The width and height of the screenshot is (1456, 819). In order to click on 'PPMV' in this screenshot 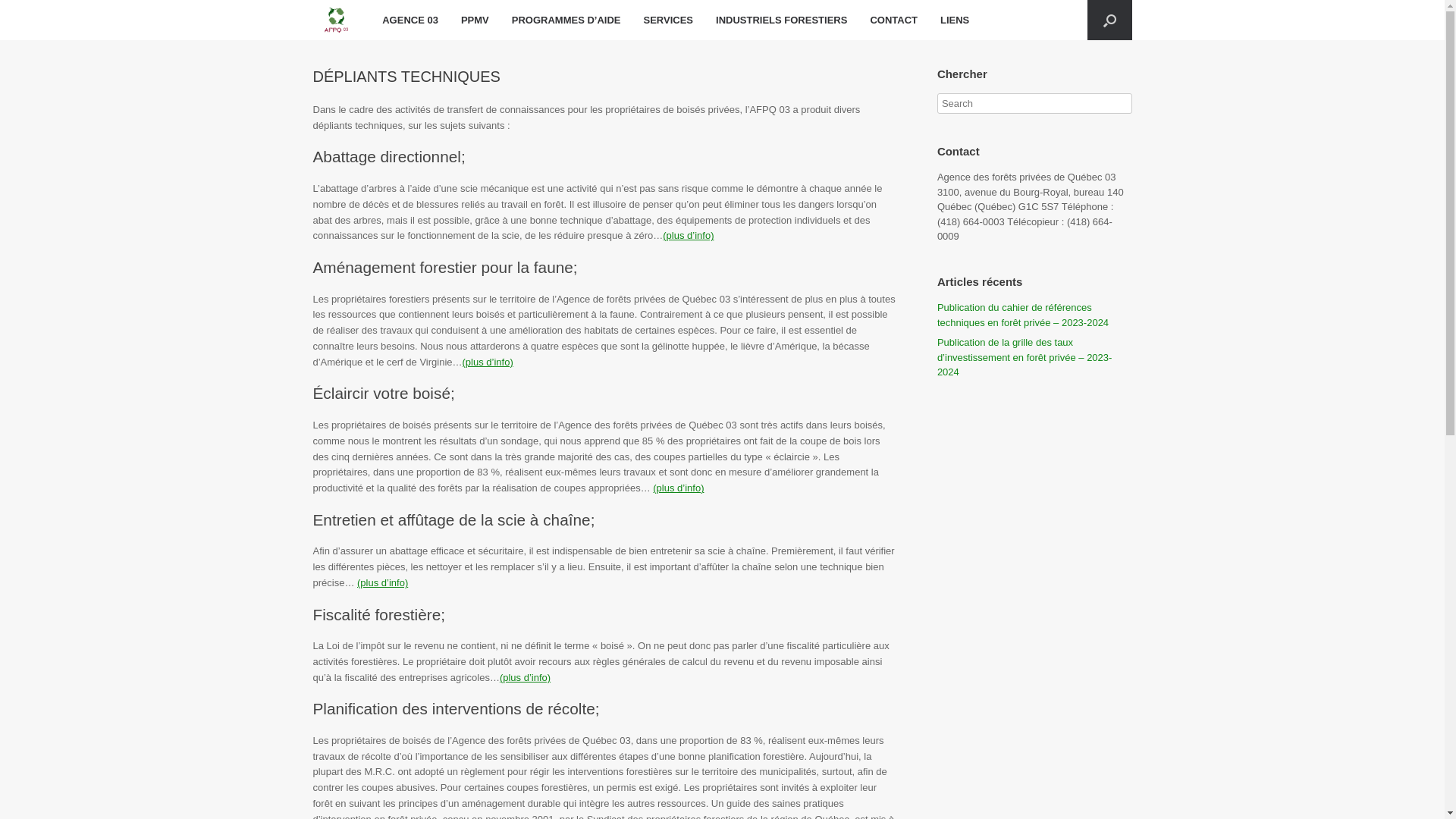, I will do `click(474, 20)`.